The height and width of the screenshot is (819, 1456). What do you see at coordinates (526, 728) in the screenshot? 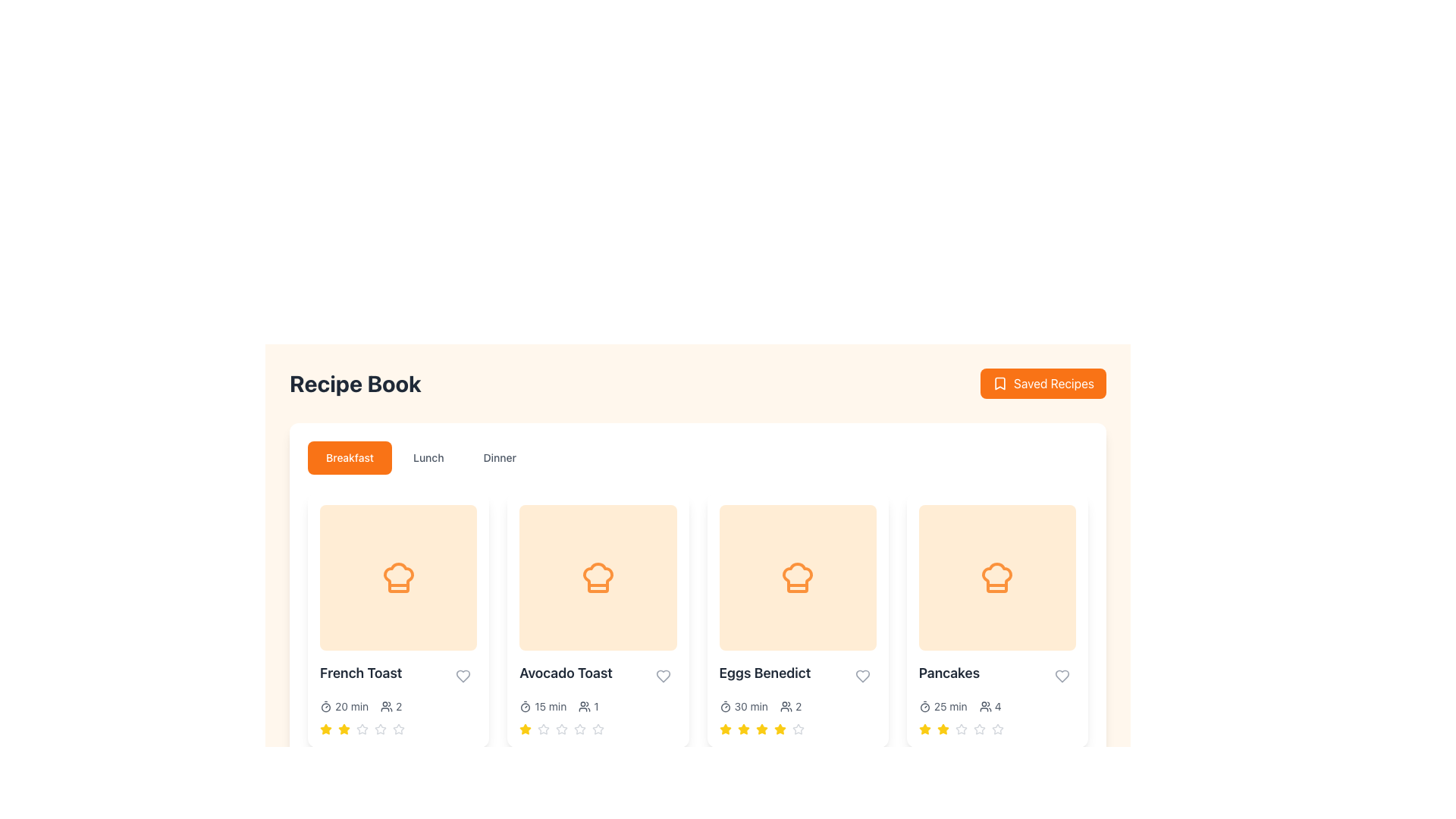
I see `the first yellow star-shaped graphic indicating the rating for the 'Avocado Toast' recipe` at bounding box center [526, 728].